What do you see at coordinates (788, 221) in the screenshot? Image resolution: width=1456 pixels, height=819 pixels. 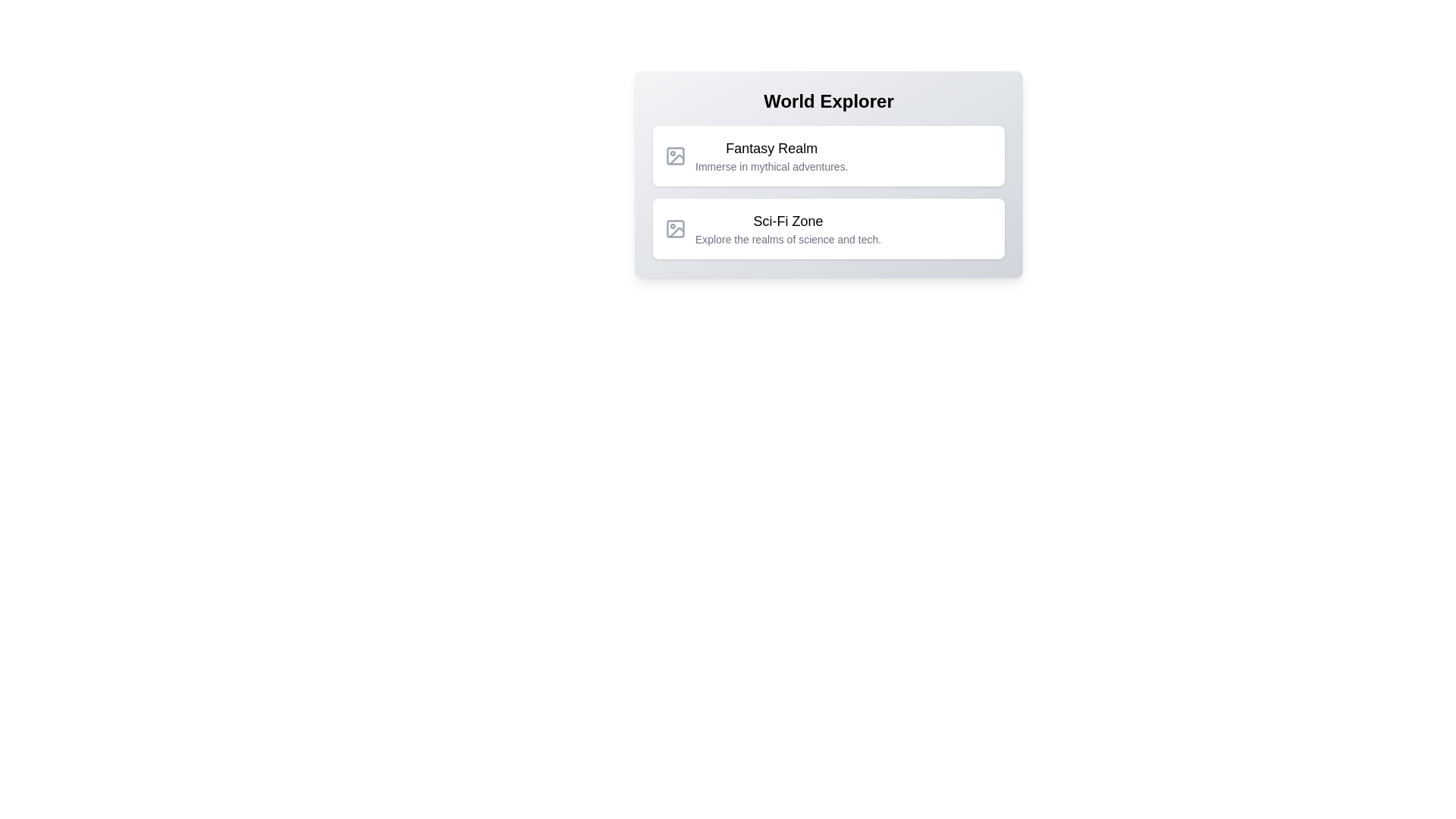 I see `the text label displaying 'Sci-Fi Zone'` at bounding box center [788, 221].